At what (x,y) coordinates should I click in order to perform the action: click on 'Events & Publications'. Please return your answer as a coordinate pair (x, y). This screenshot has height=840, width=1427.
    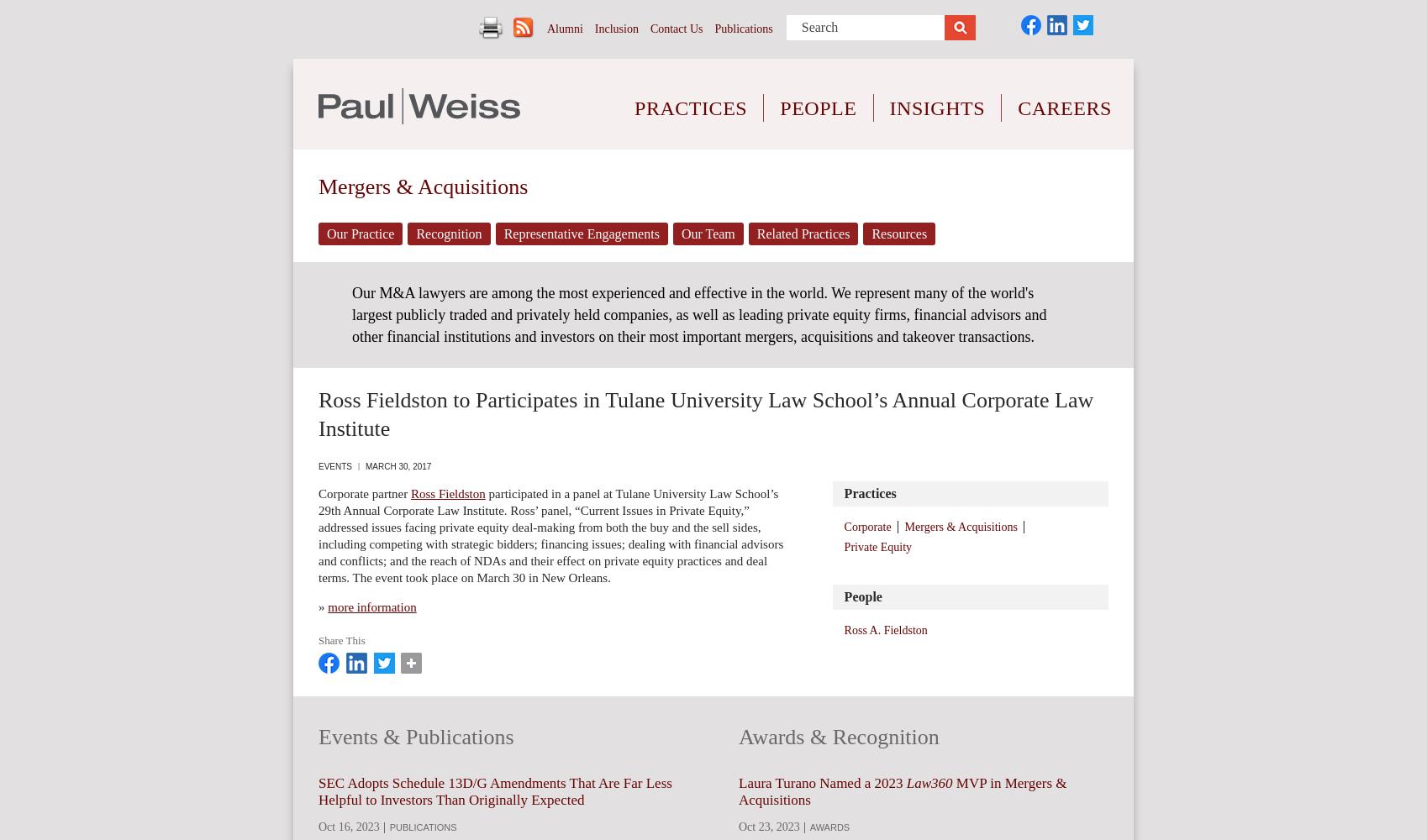
    Looking at the image, I should click on (414, 737).